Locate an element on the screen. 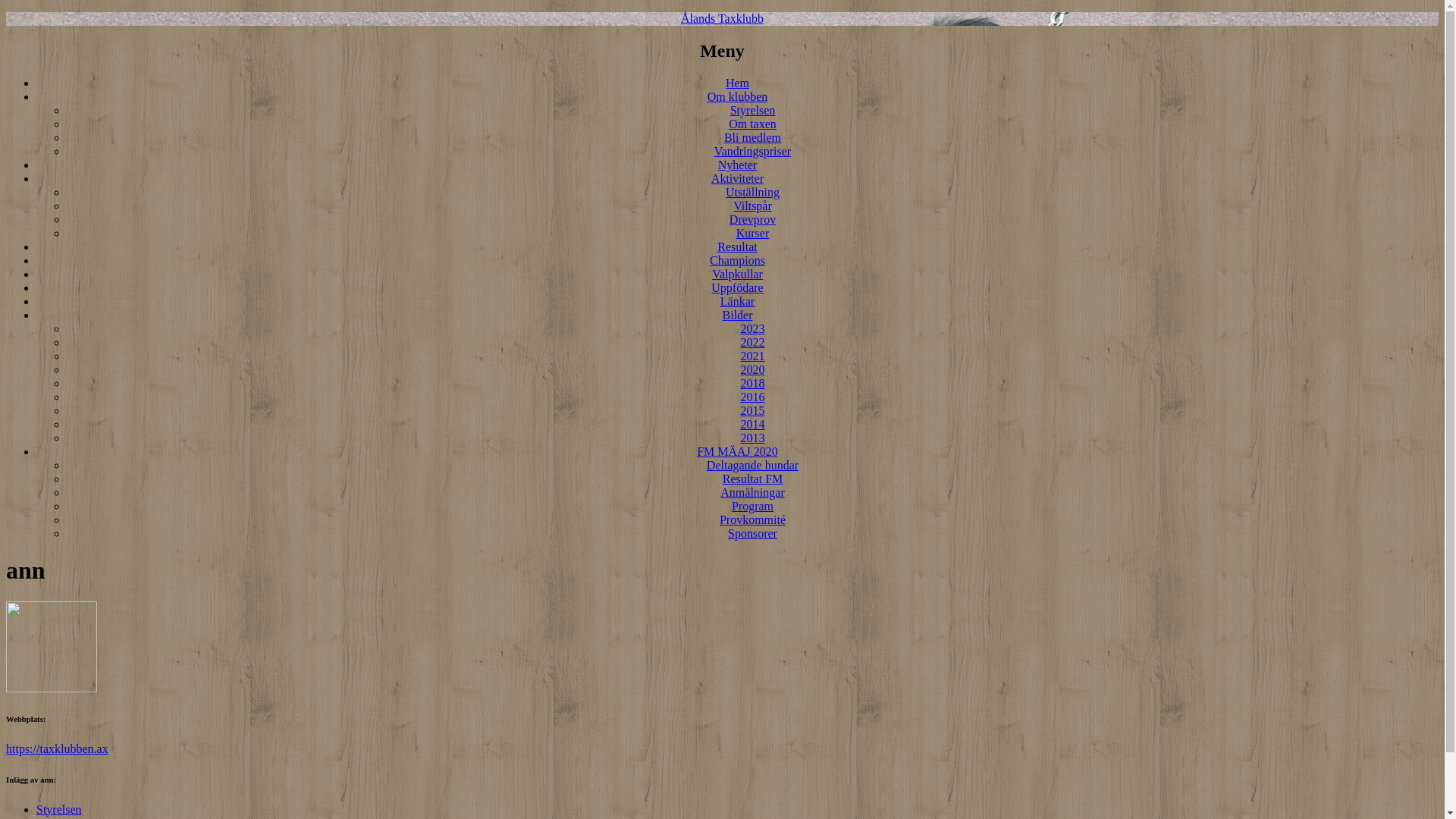  'Styrelsen' is located at coordinates (58, 808).